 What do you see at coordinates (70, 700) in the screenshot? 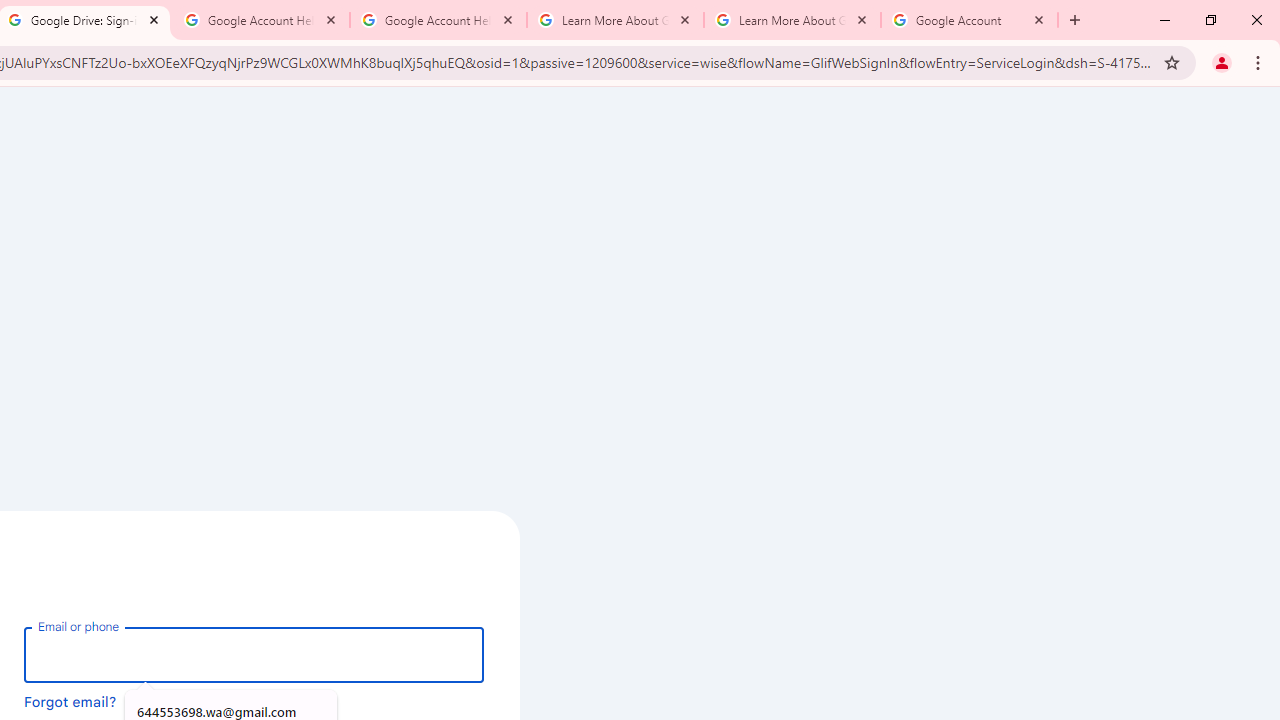
I see `'Forgot email?'` at bounding box center [70, 700].